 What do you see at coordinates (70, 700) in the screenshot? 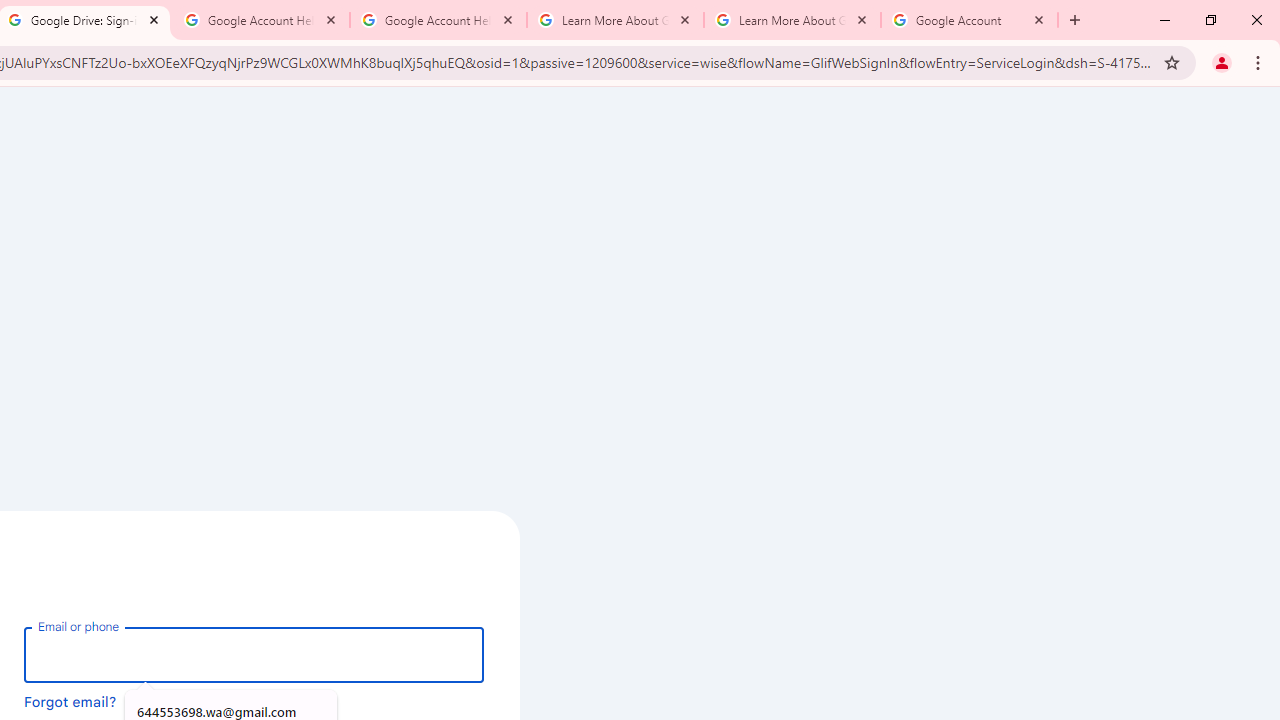
I see `'Forgot email?'` at bounding box center [70, 700].